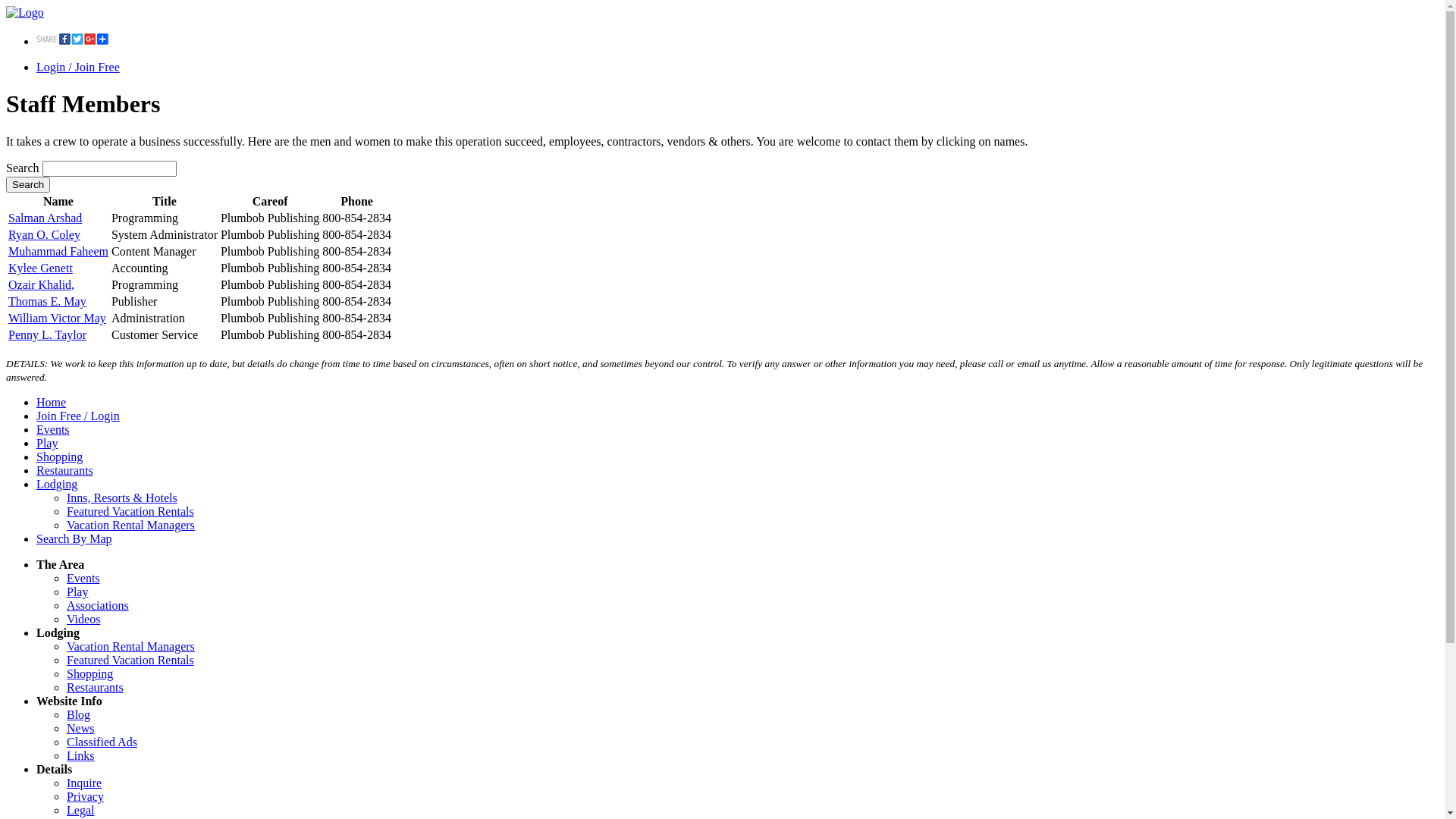 Image resolution: width=1456 pixels, height=819 pixels. What do you see at coordinates (45, 218) in the screenshot?
I see `'Salman Arshad'` at bounding box center [45, 218].